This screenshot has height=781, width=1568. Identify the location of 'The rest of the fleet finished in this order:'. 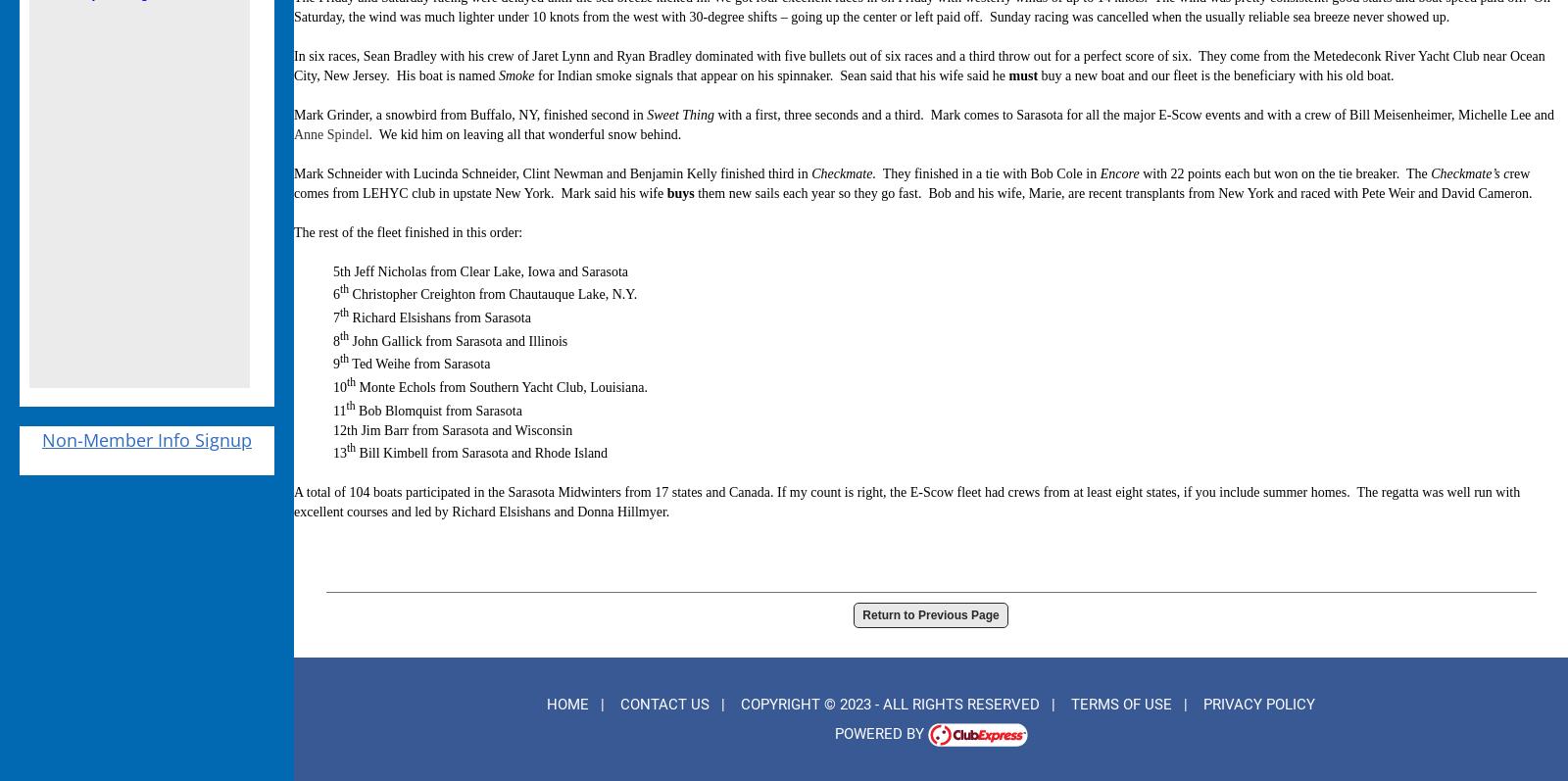
(407, 231).